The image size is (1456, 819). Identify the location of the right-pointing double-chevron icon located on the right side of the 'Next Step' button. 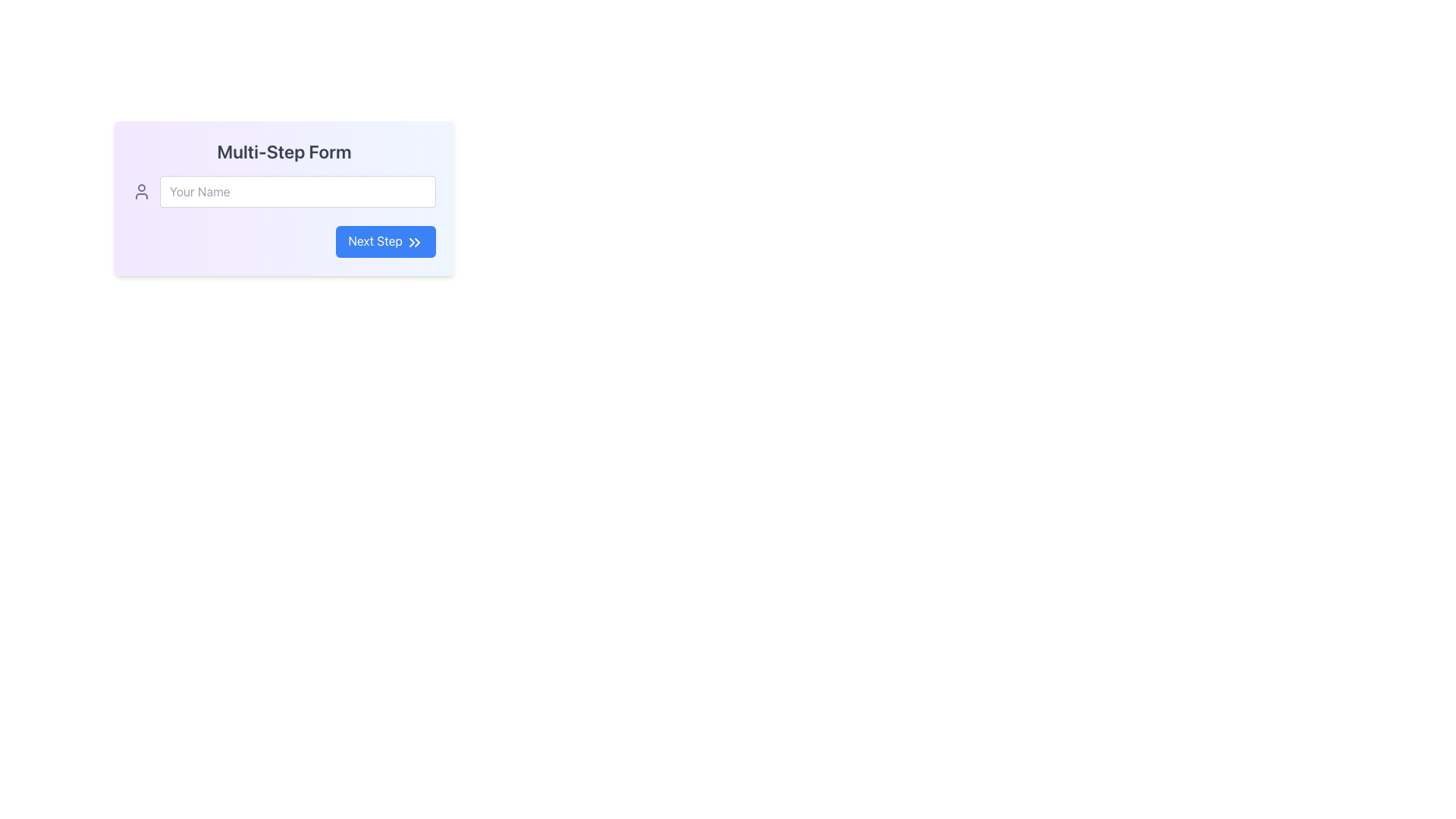
(415, 241).